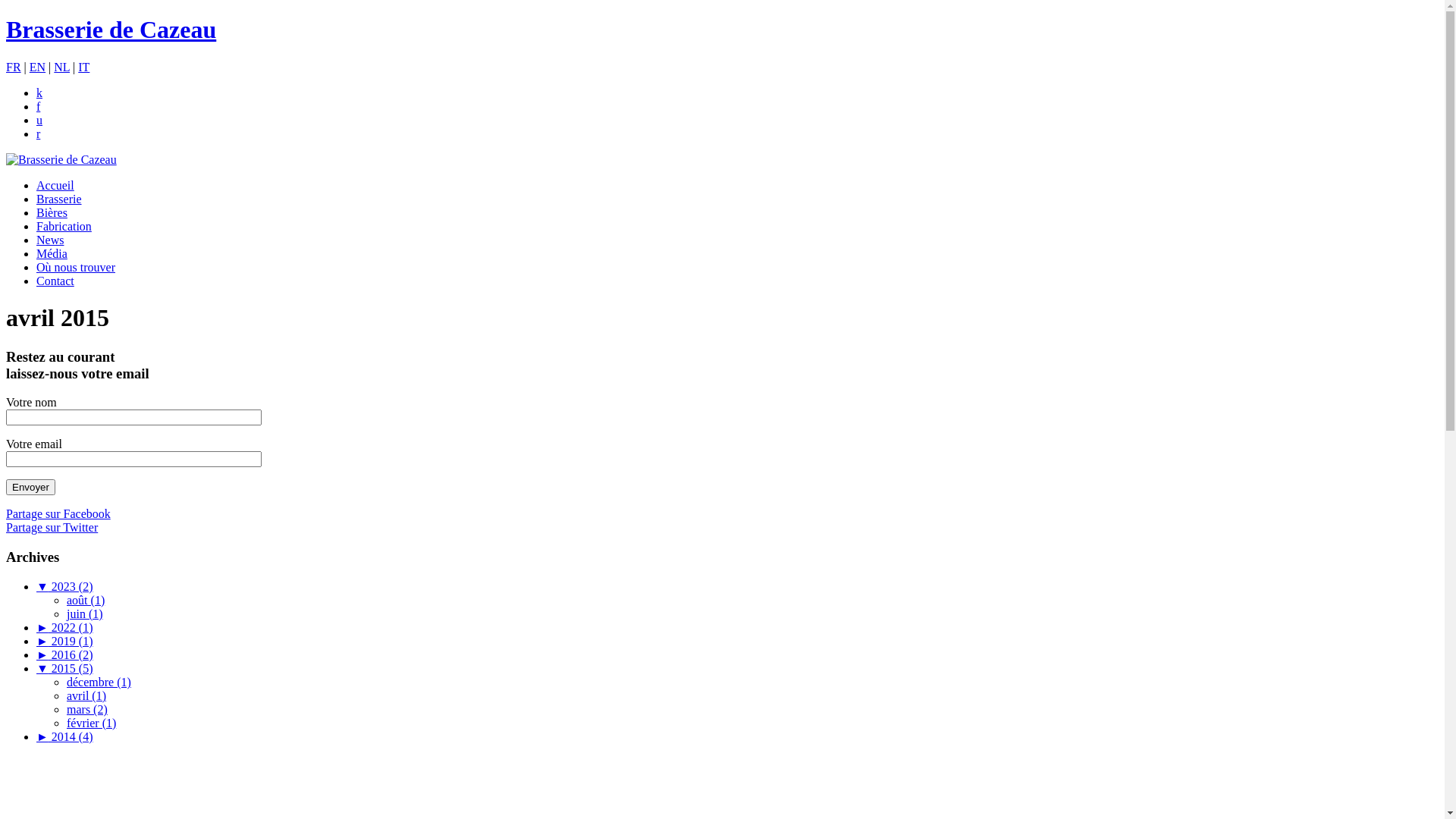 The image size is (1456, 819). I want to click on 'k', so click(39, 93).